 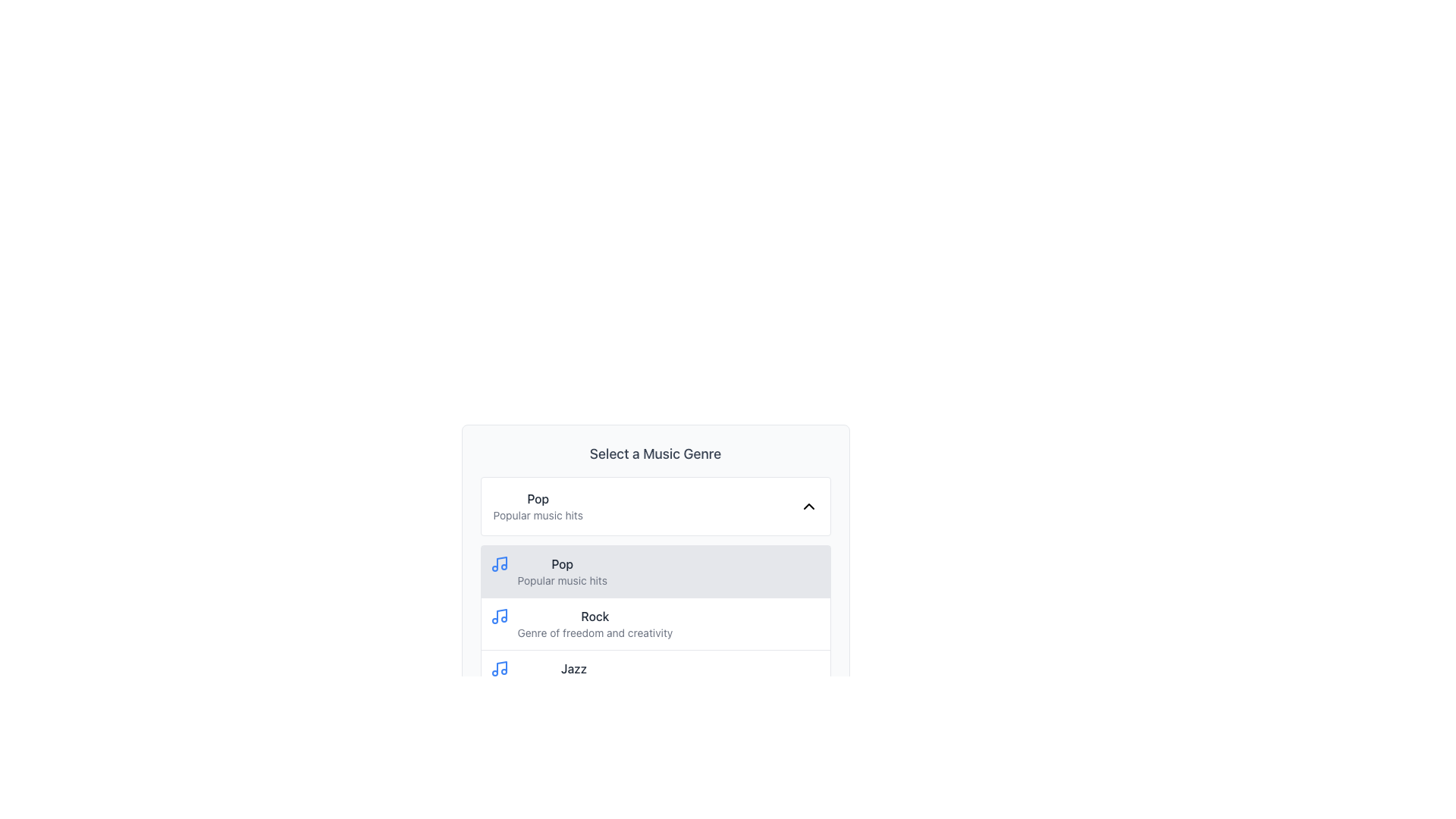 I want to click on the text label reading 'Popular music hits', which is styled in gray and positioned below the 'Pop' text in the dropdown interface for music genres, so click(x=538, y=514).